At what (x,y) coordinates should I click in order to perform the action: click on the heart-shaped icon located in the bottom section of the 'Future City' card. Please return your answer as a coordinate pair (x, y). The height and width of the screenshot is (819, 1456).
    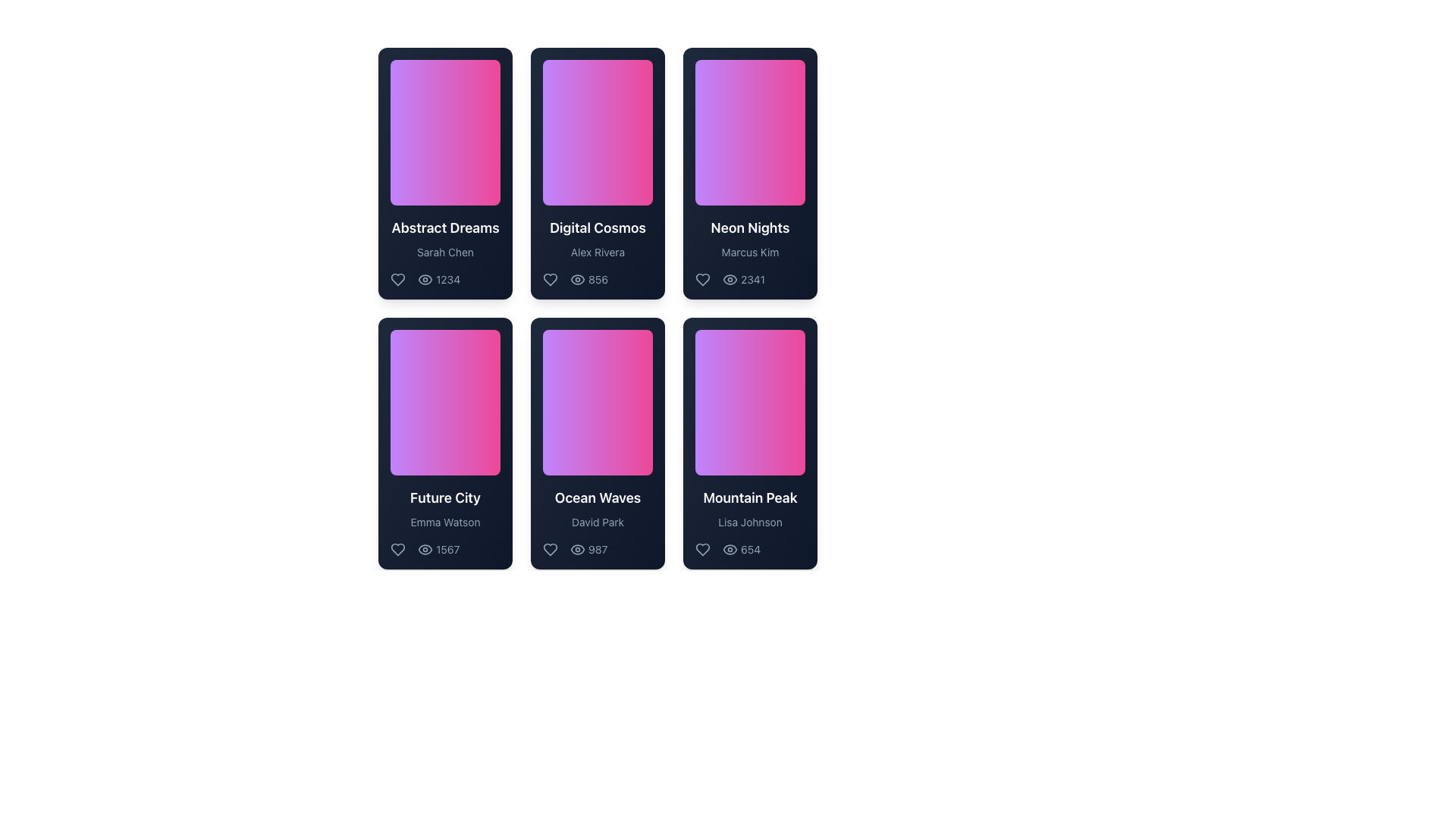
    Looking at the image, I should click on (397, 550).